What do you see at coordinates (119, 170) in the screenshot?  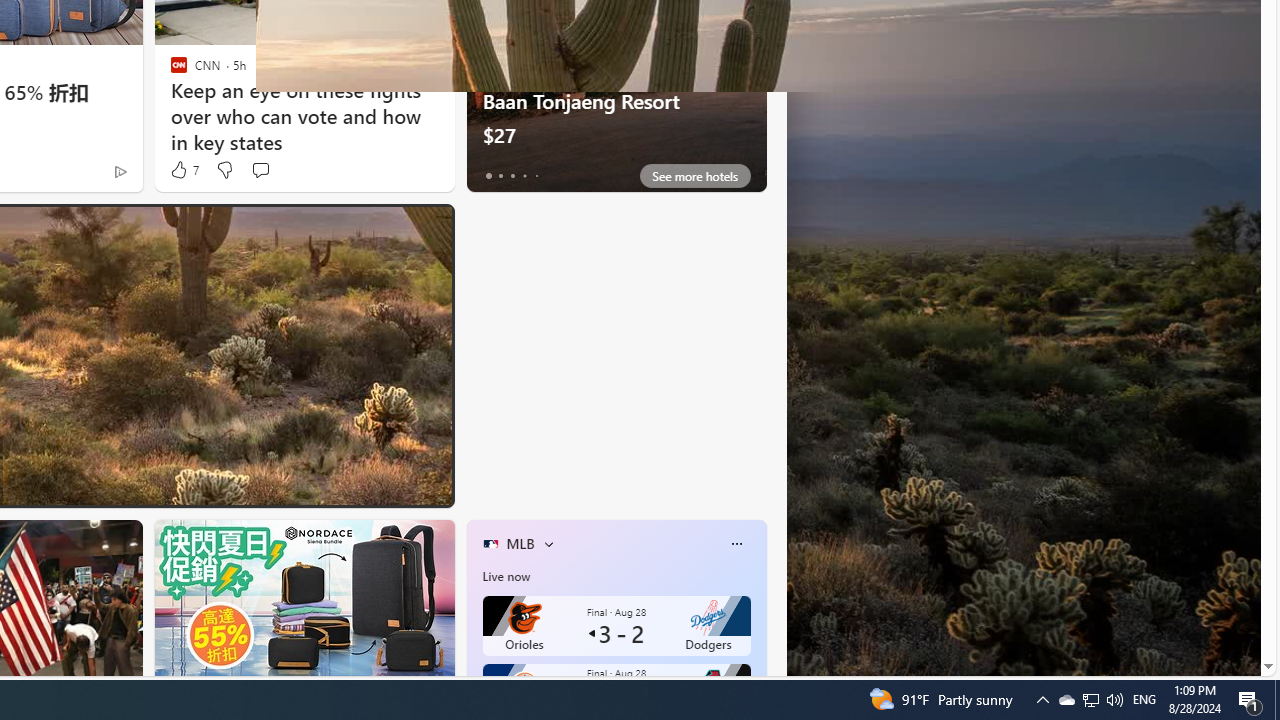 I see `'Ad Choice'` at bounding box center [119, 170].